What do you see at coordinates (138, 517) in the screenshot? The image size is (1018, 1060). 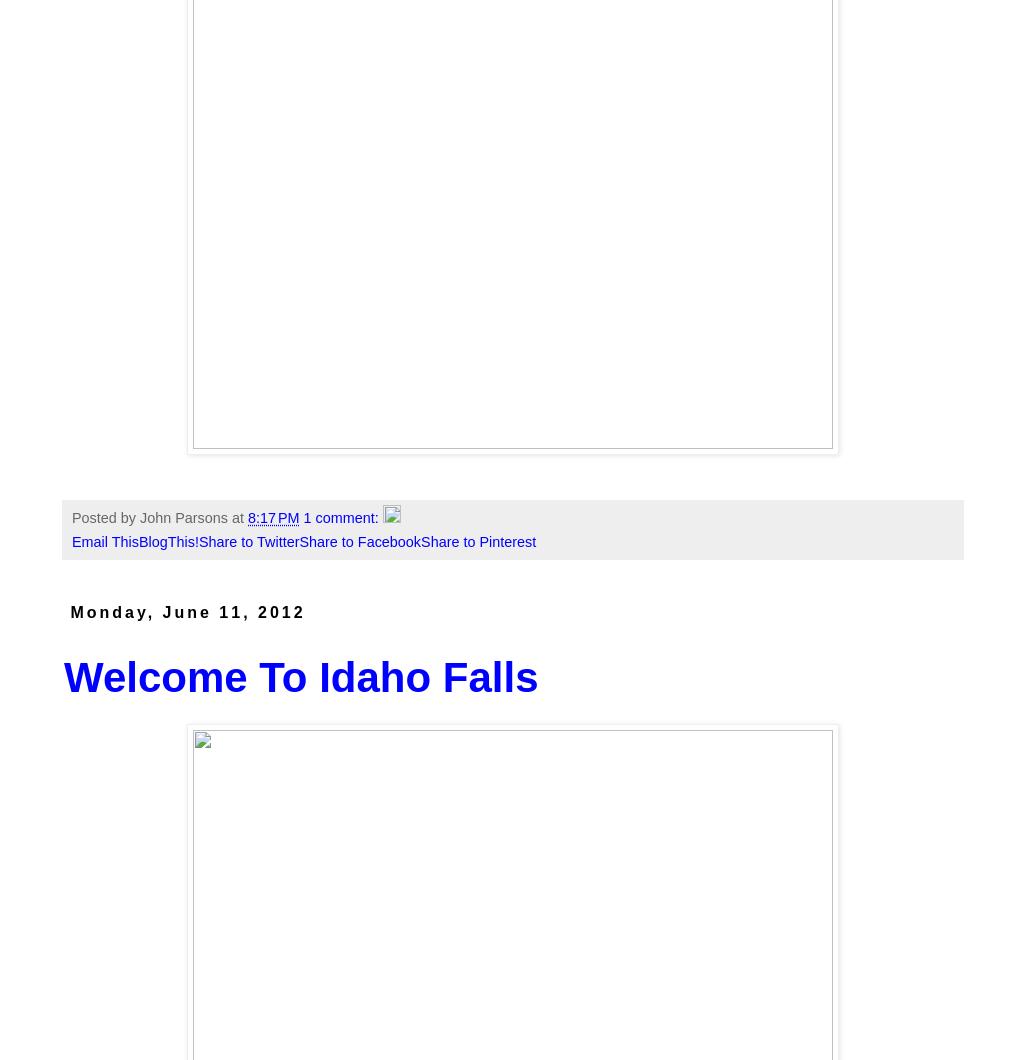 I see `'John Parsons'` at bounding box center [138, 517].